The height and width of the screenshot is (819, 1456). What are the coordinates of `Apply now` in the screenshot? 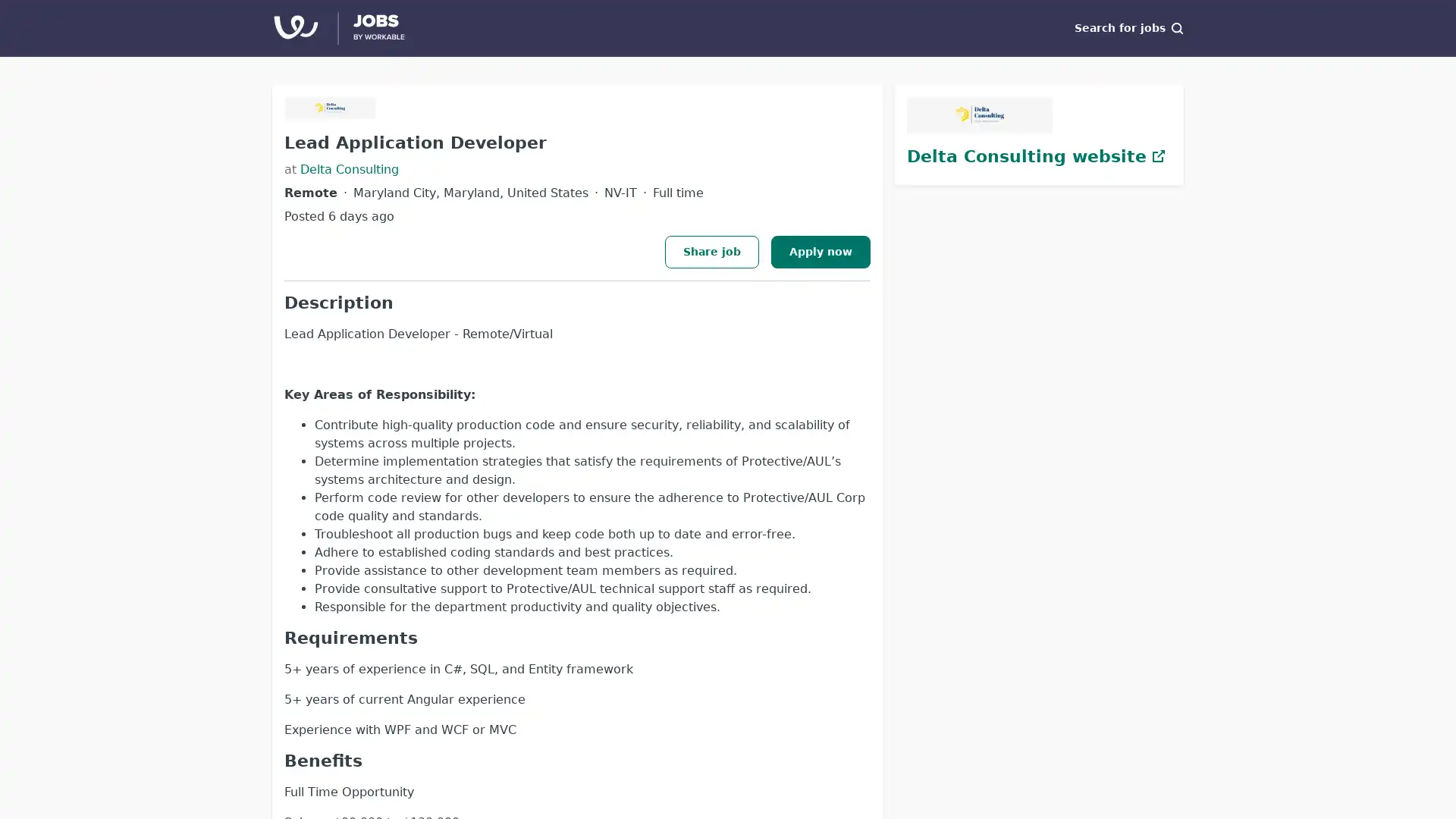 It's located at (820, 250).